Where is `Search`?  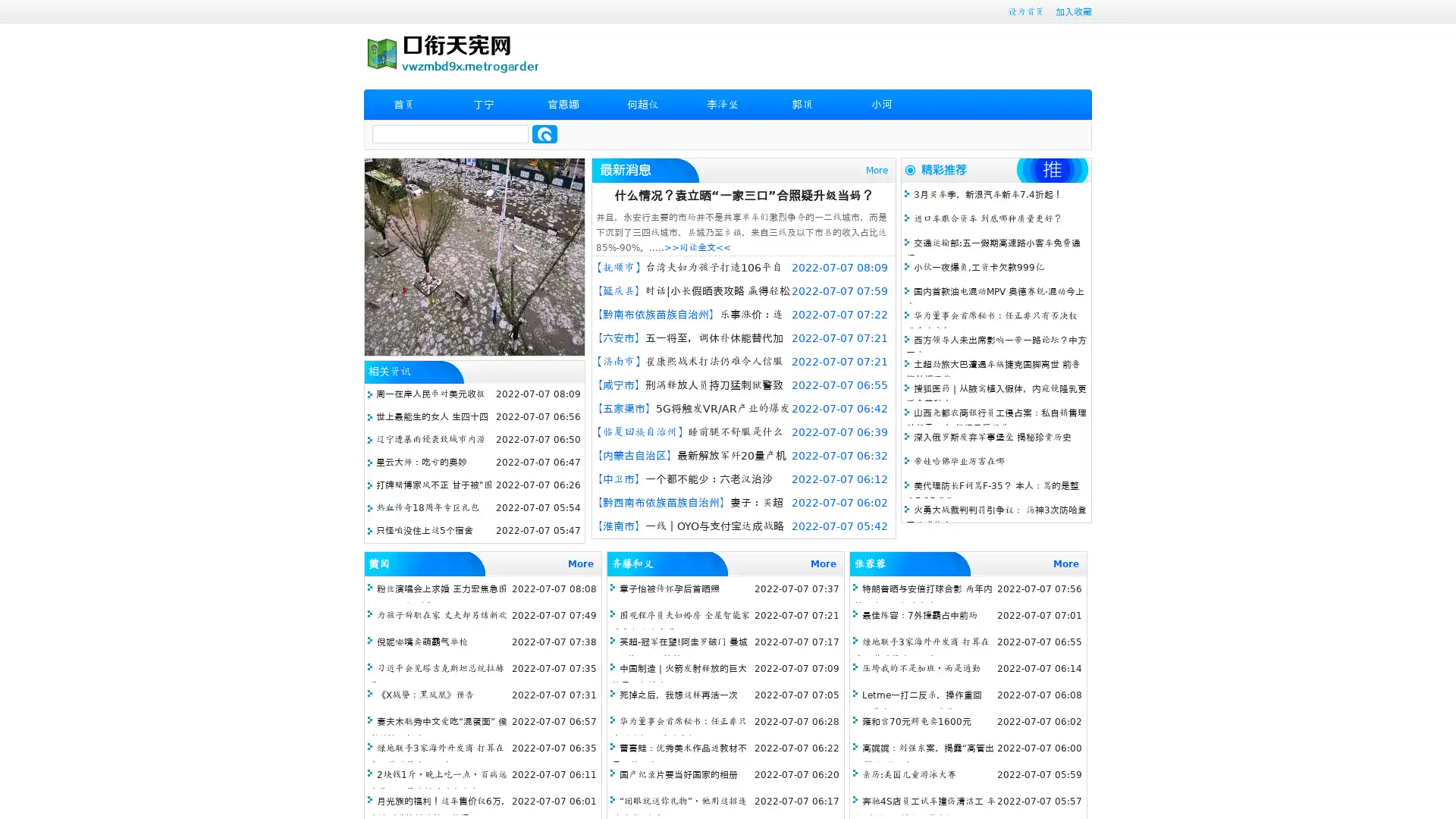
Search is located at coordinates (544, 133).